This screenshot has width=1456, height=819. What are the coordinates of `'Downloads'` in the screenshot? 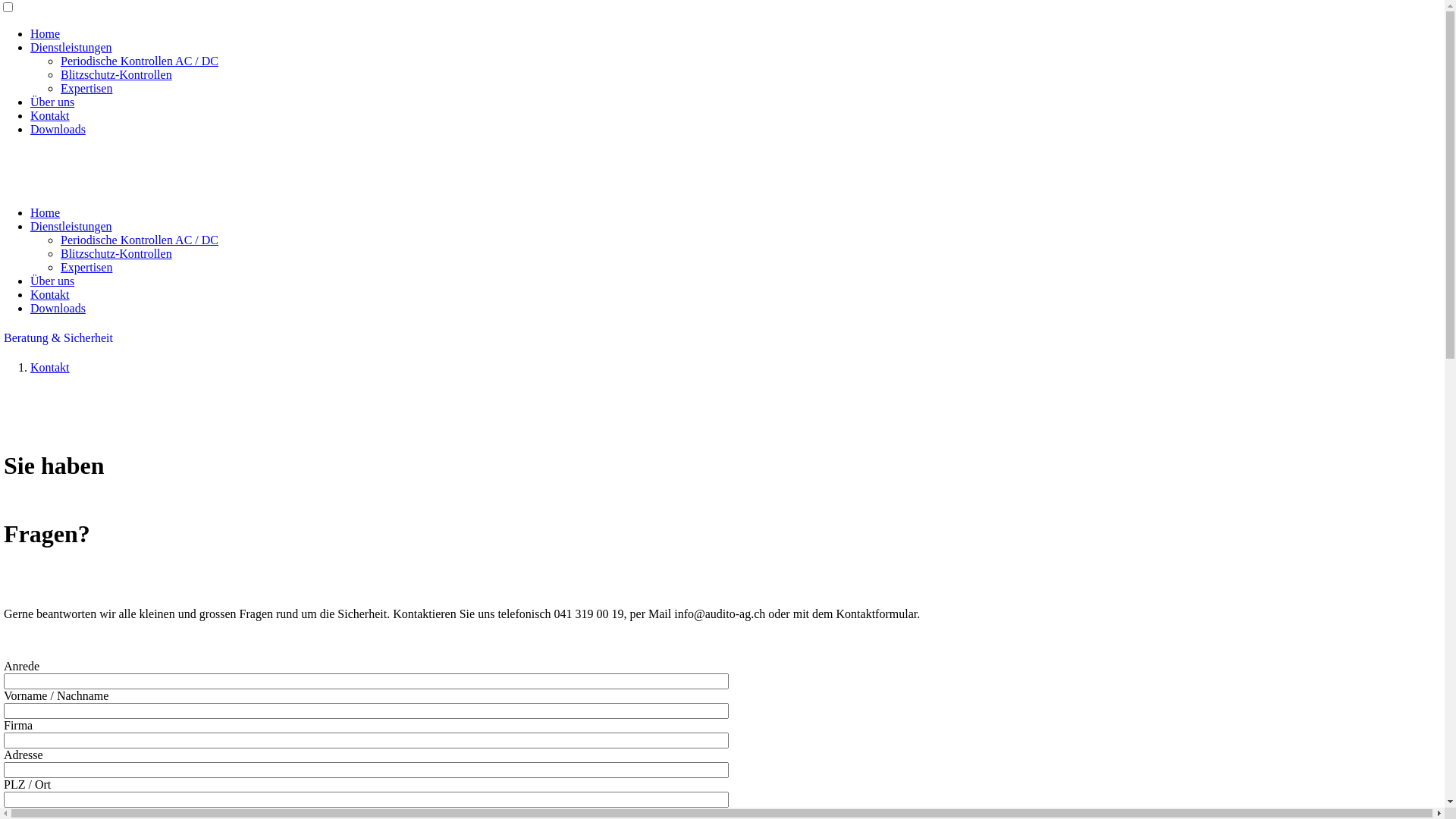 It's located at (58, 307).